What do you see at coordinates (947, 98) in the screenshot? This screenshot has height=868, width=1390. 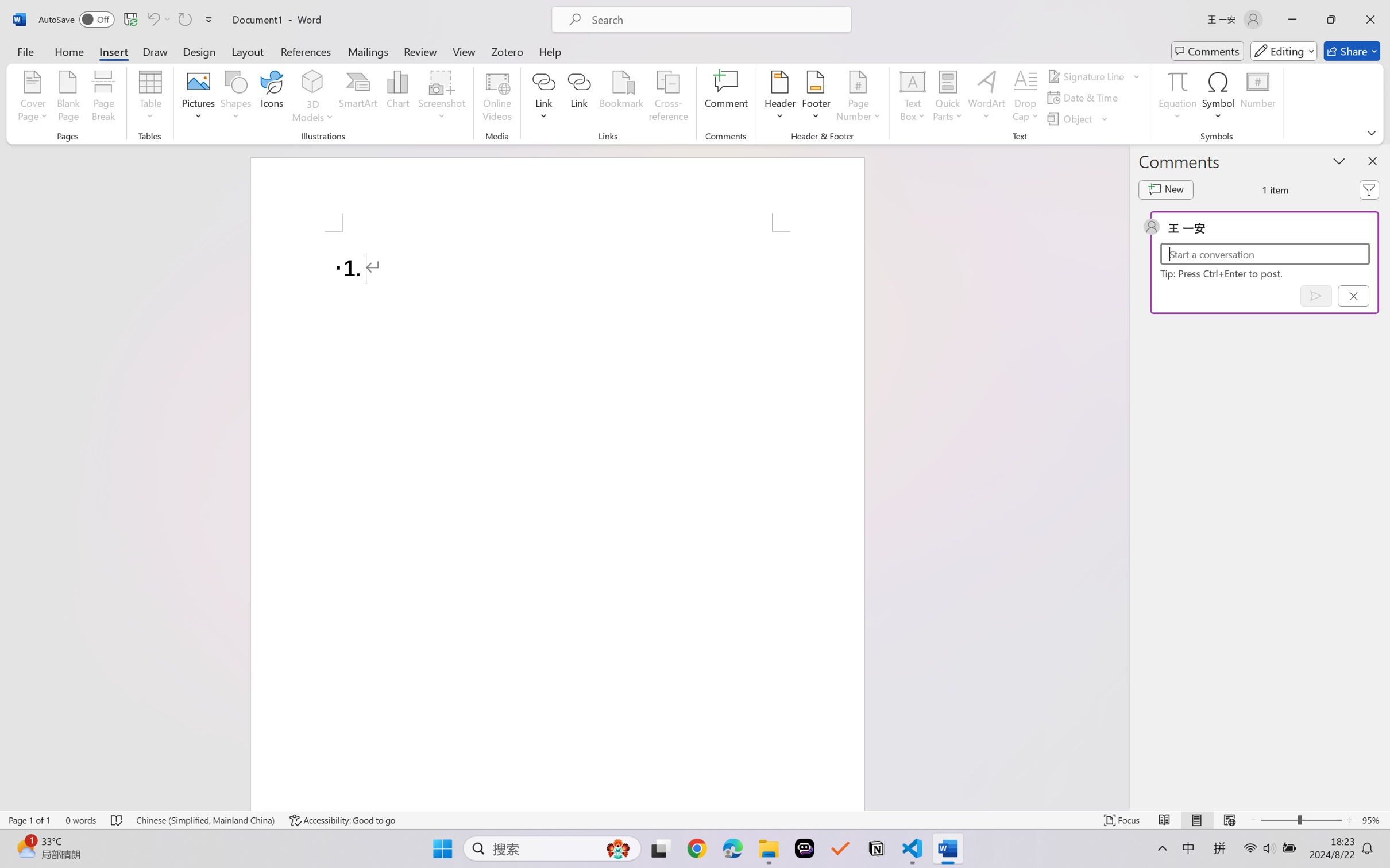 I see `'Quick Parts'` at bounding box center [947, 98].